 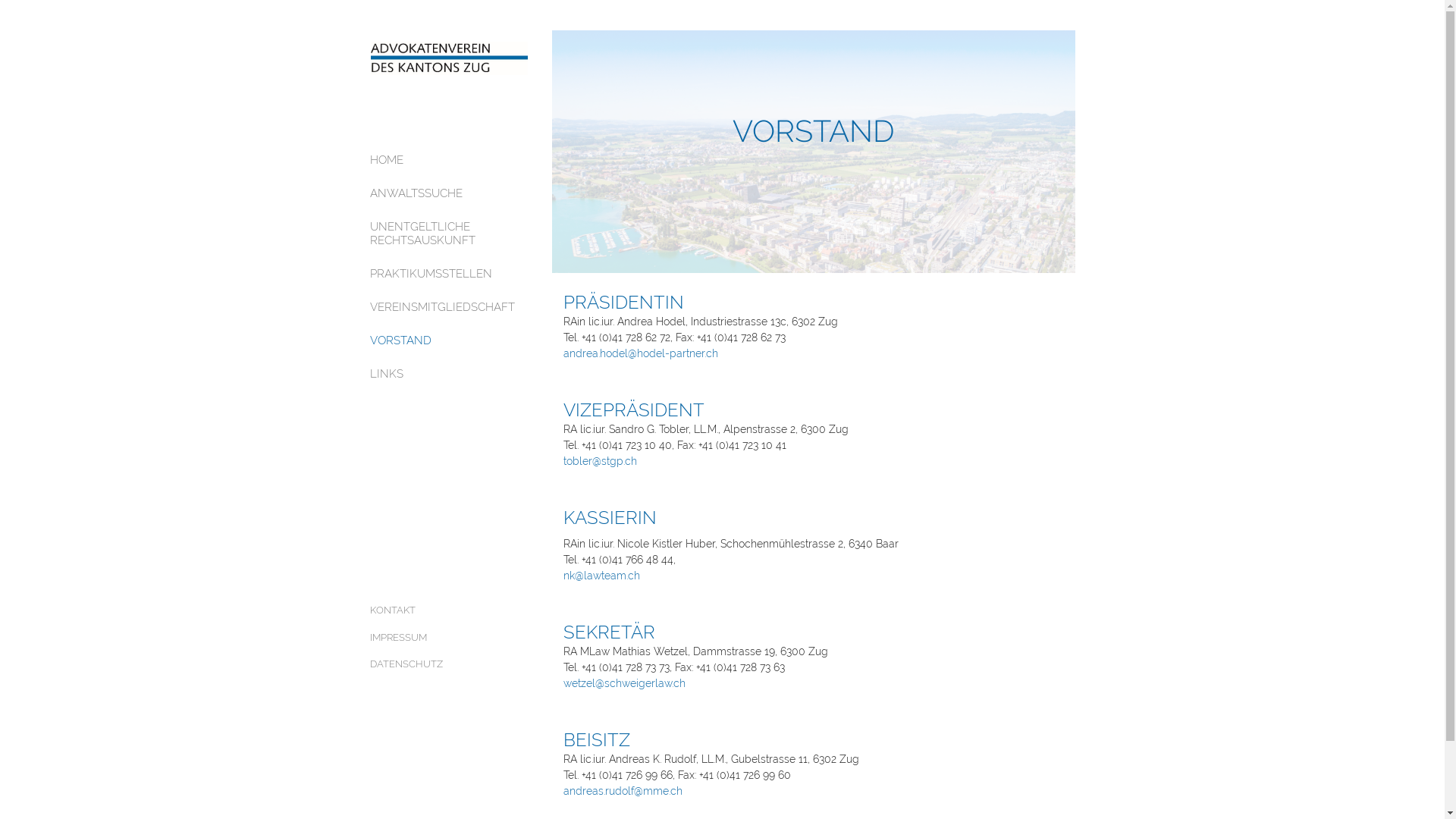 I want to click on 'ANWALTSSUCHE', so click(x=449, y=192).